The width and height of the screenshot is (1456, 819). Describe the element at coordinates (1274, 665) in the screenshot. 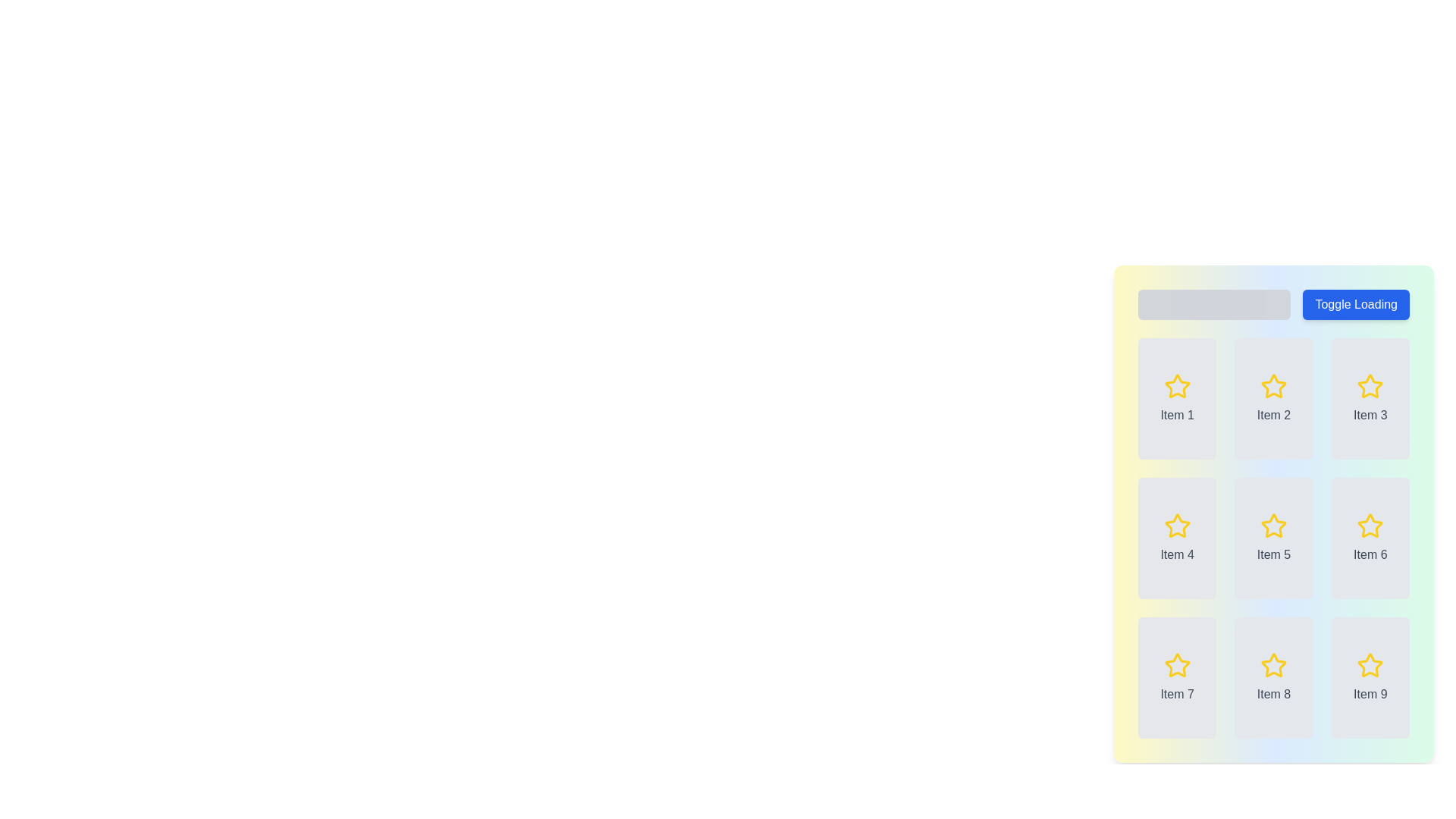

I see `the star icon for 'Item 8'` at that location.